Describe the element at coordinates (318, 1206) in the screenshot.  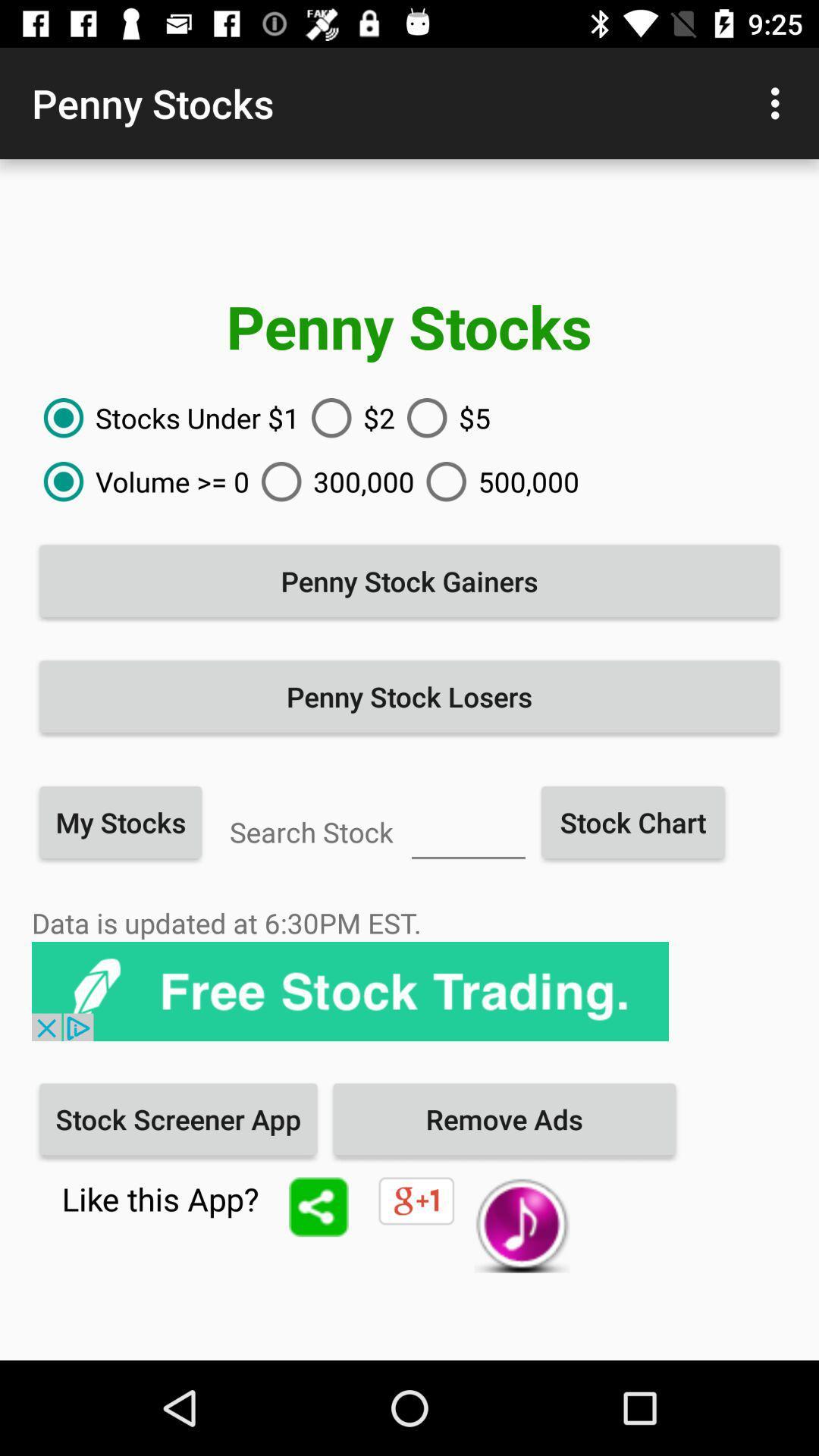
I see `share the app` at that location.